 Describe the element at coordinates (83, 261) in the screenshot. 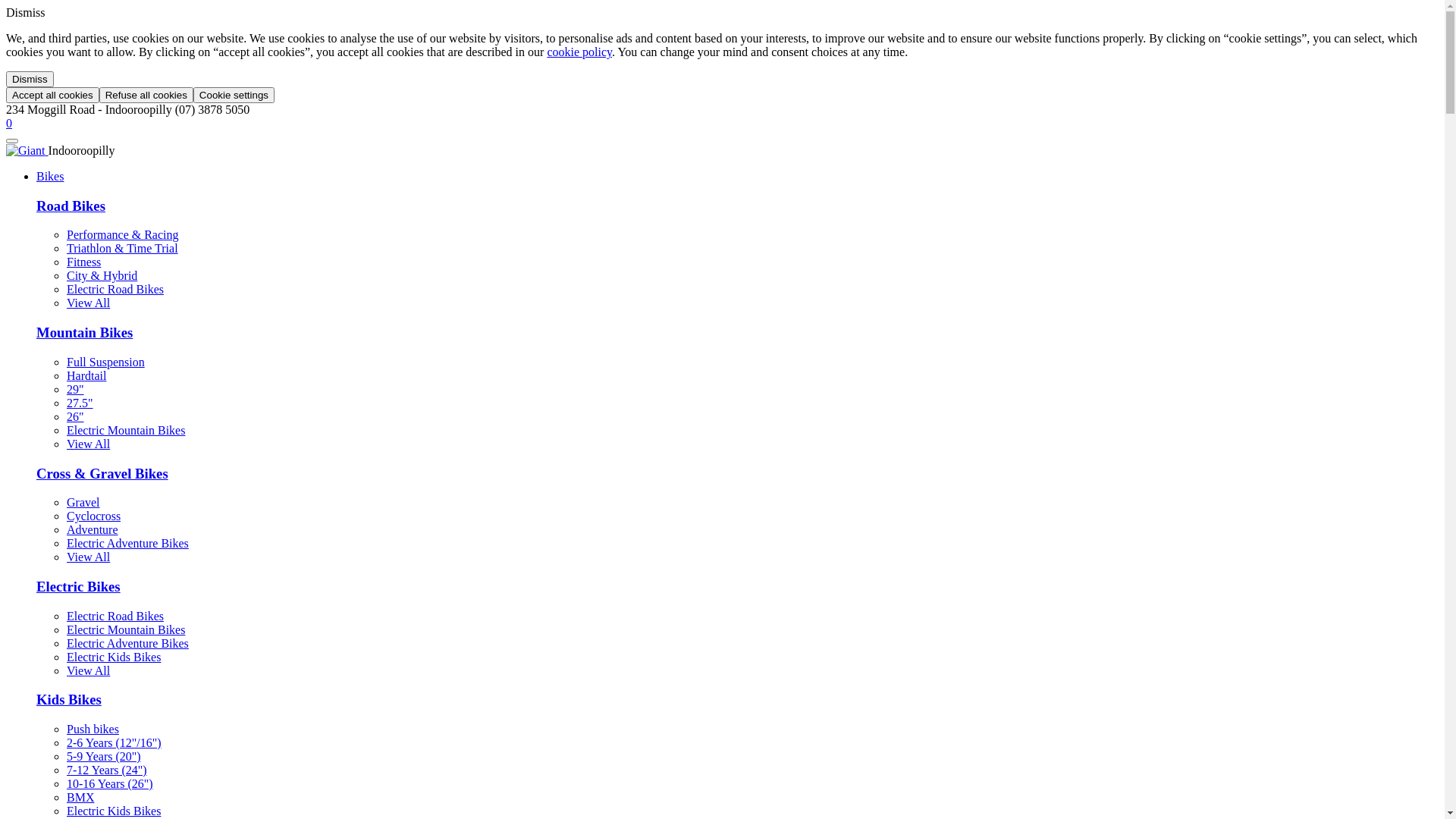

I see `'Fitness'` at that location.